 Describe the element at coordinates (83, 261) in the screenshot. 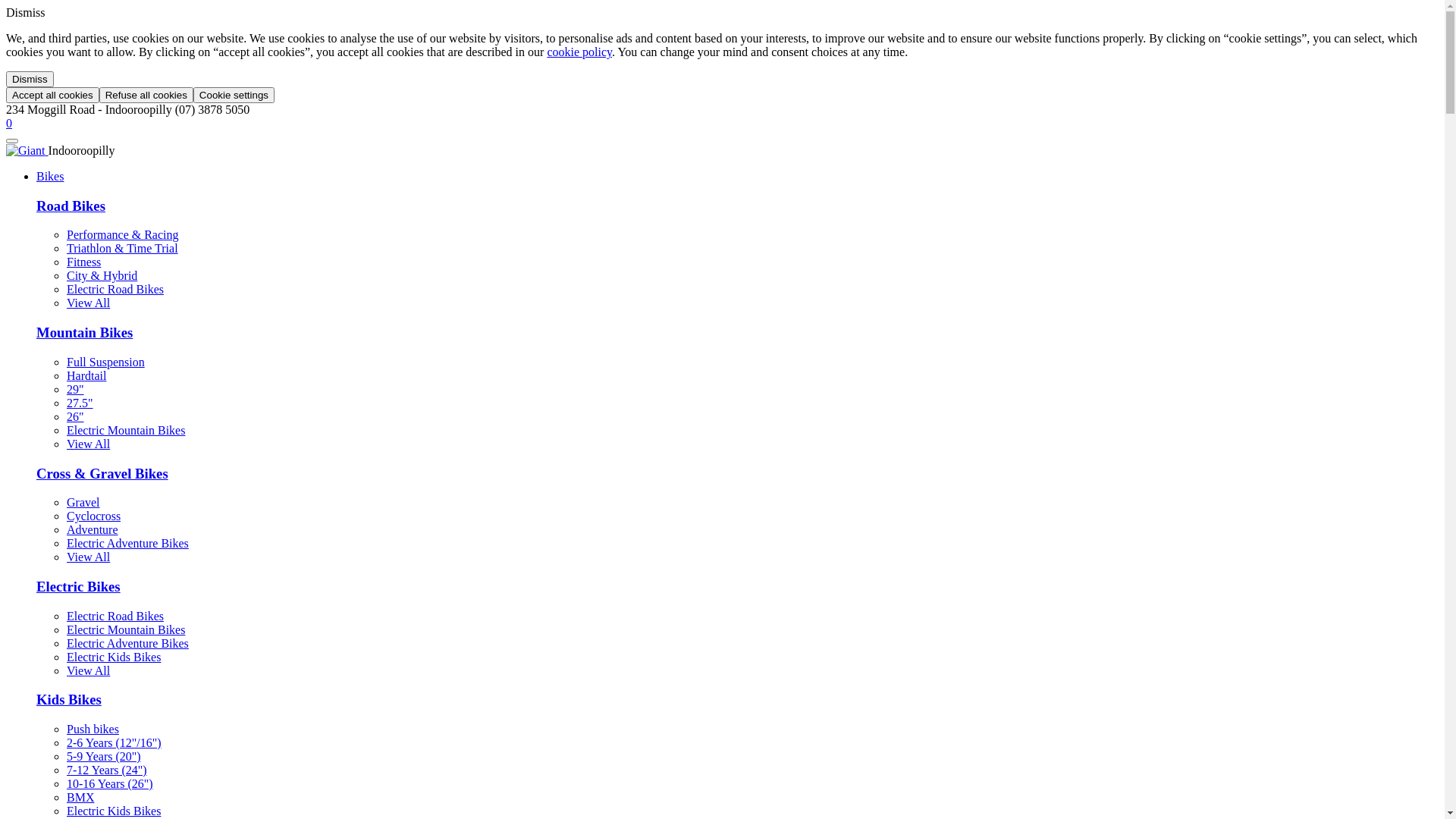

I see `'Fitness'` at that location.